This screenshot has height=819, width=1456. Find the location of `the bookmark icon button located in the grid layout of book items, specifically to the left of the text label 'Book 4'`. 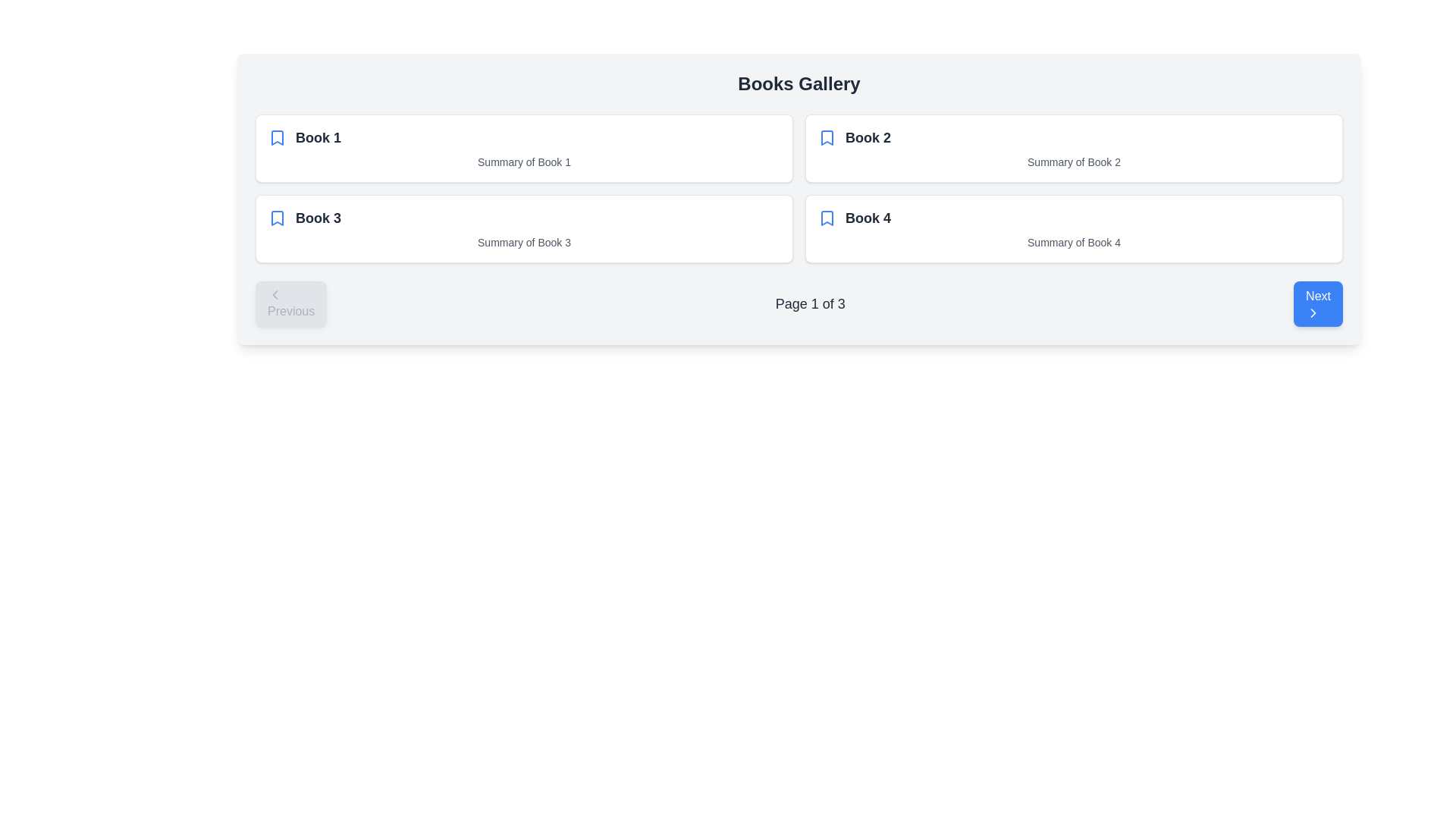

the bookmark icon button located in the grid layout of book items, specifically to the left of the text label 'Book 4' is located at coordinates (826, 218).